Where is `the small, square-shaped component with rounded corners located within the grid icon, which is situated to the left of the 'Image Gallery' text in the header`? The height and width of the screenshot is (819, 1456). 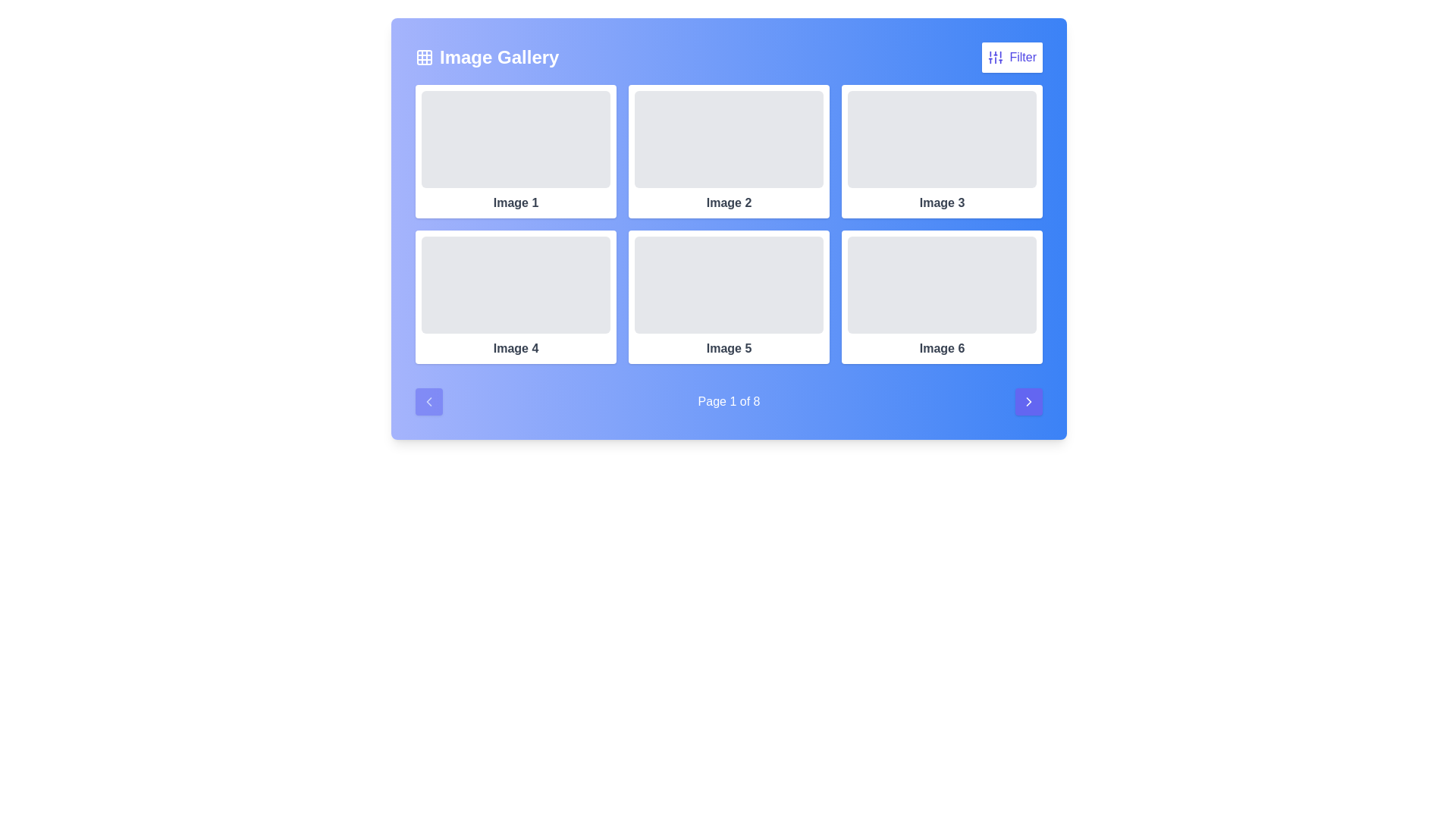
the small, square-shaped component with rounded corners located within the grid icon, which is situated to the left of the 'Image Gallery' text in the header is located at coordinates (425, 57).